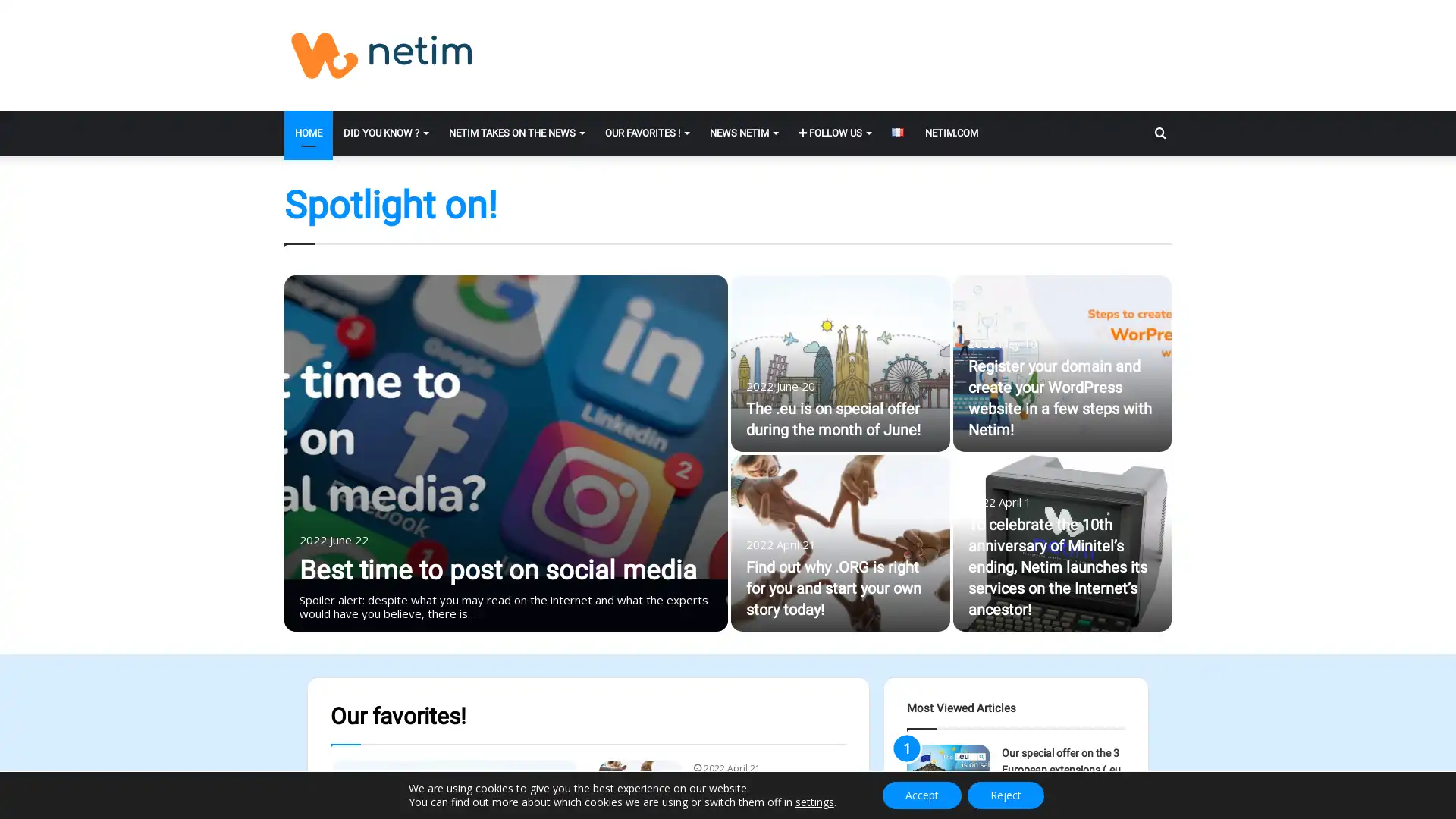 Image resolution: width=1456 pixels, height=819 pixels. Describe the element at coordinates (921, 795) in the screenshot. I see `Accept` at that location.